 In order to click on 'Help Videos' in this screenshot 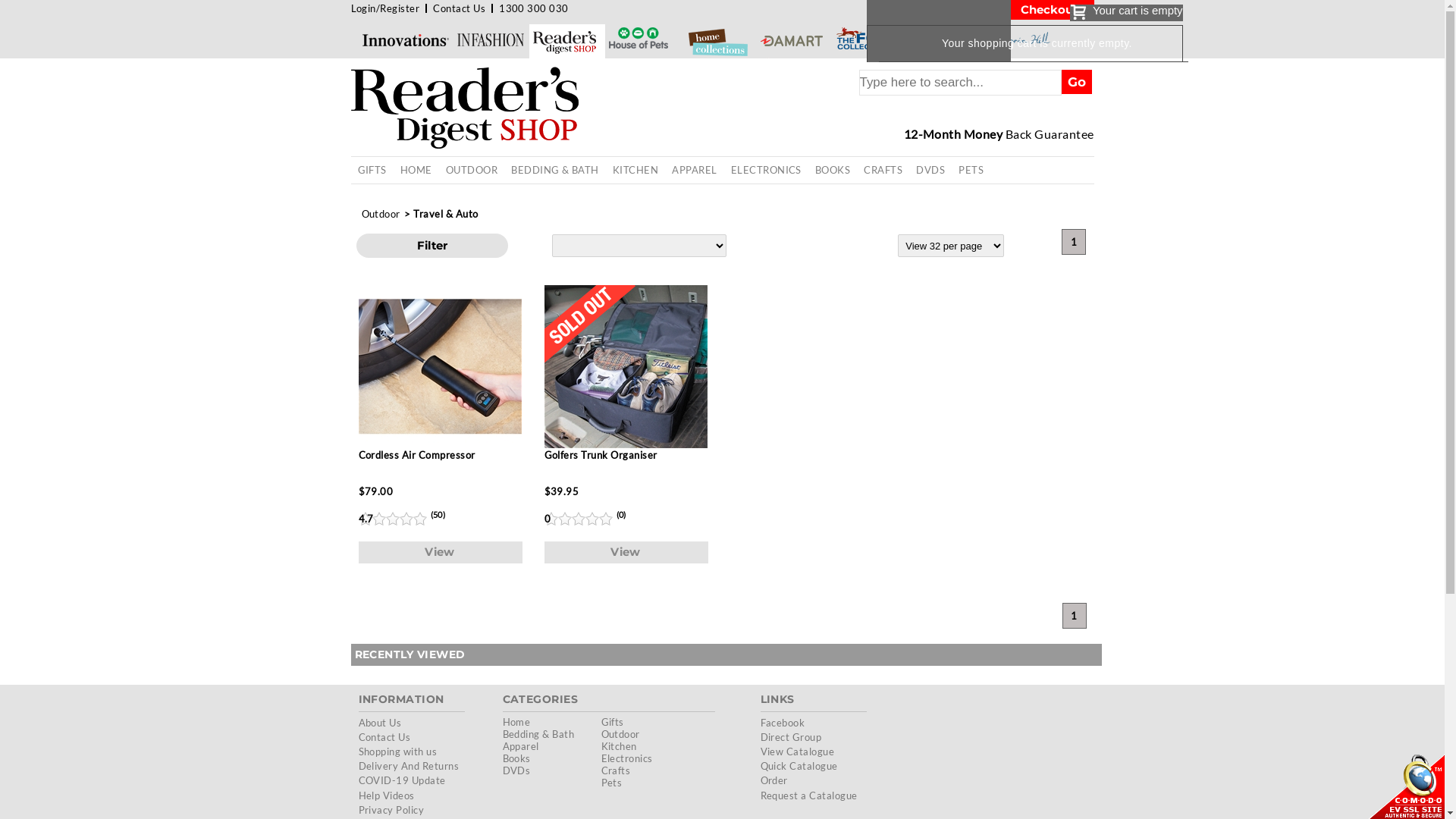, I will do `click(385, 795)`.